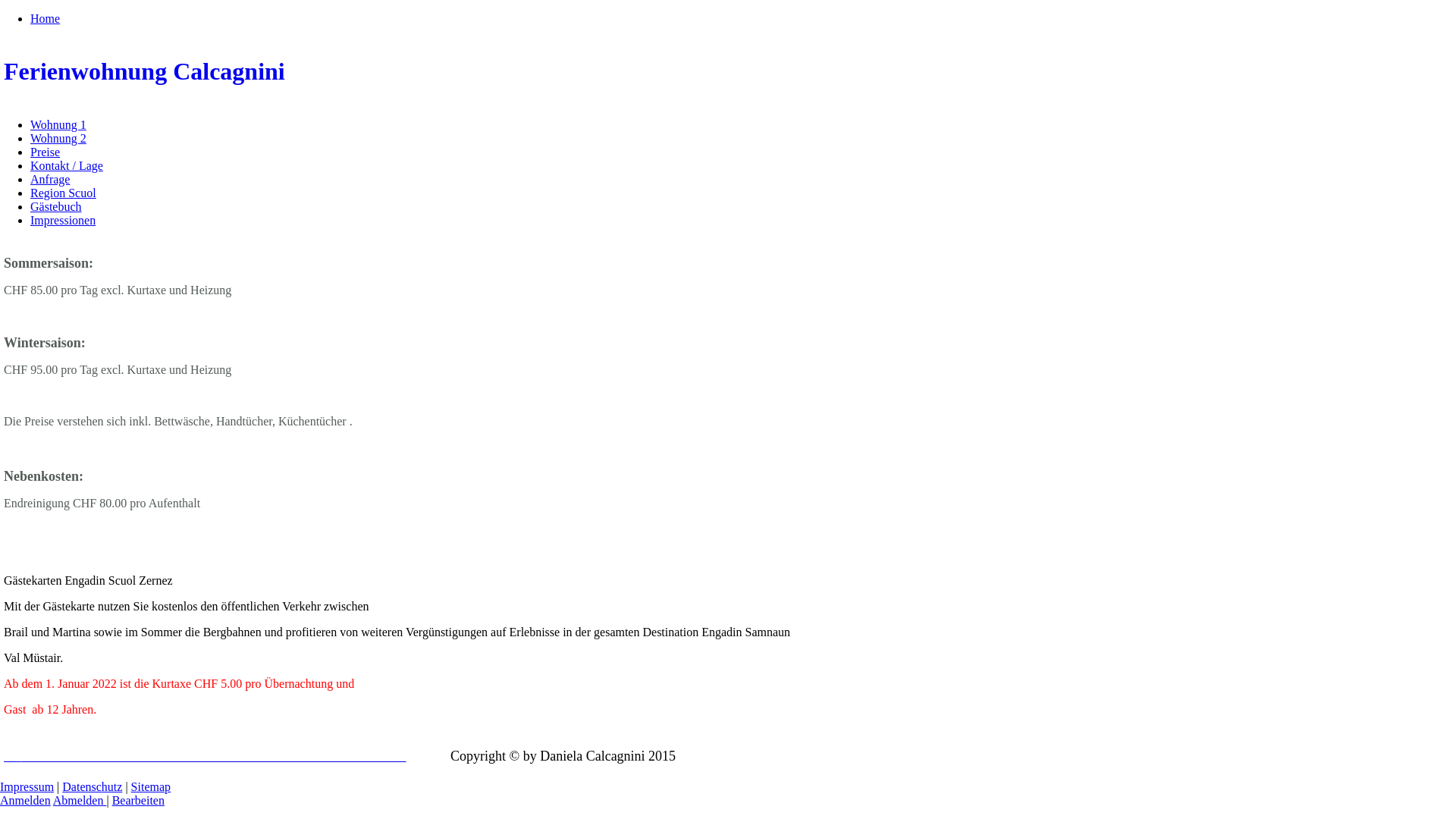 Image resolution: width=1456 pixels, height=819 pixels. Describe the element at coordinates (30, 124) in the screenshot. I see `'Wohnung 1'` at that location.